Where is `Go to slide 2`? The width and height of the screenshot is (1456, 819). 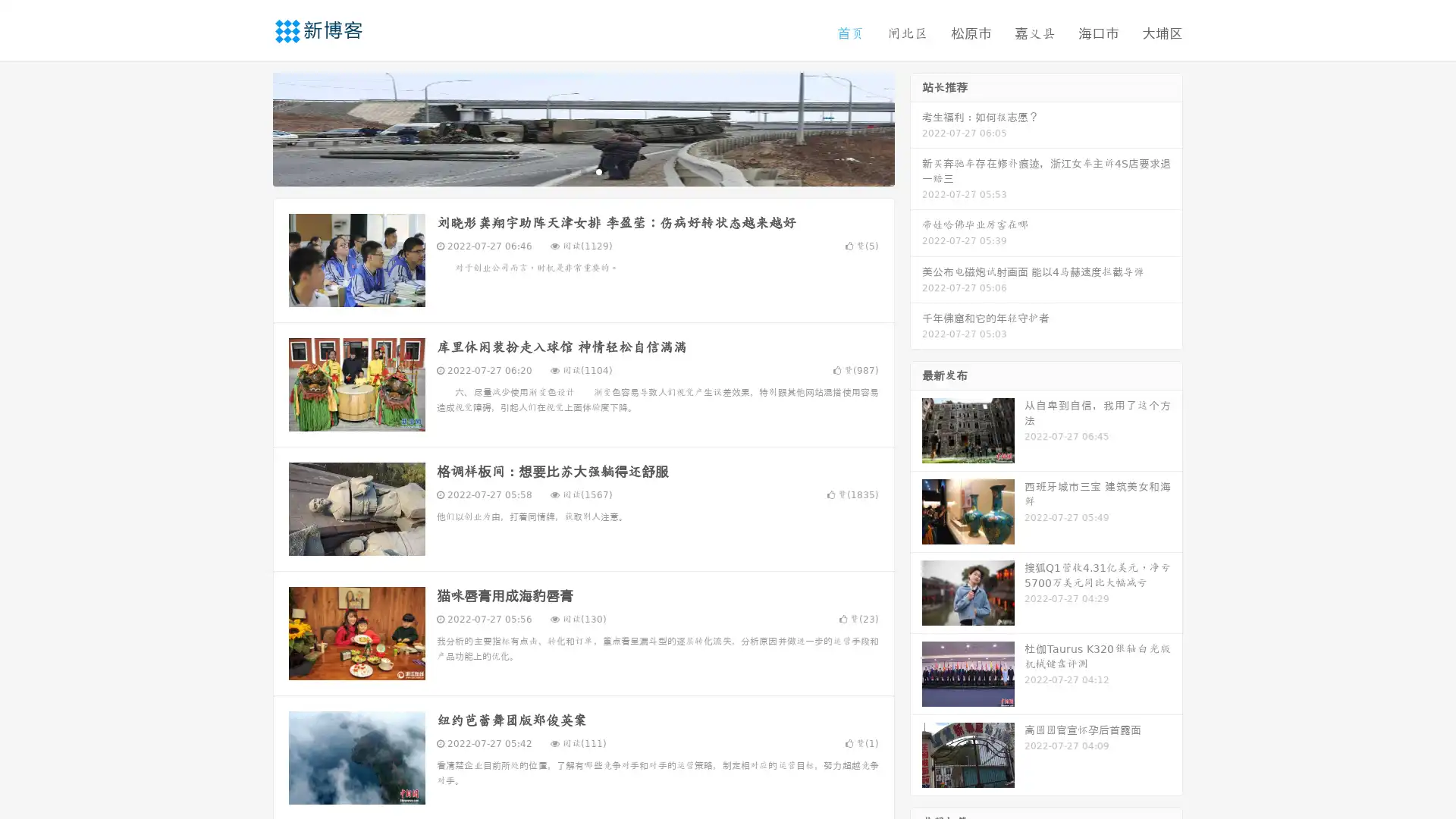
Go to slide 2 is located at coordinates (582, 171).